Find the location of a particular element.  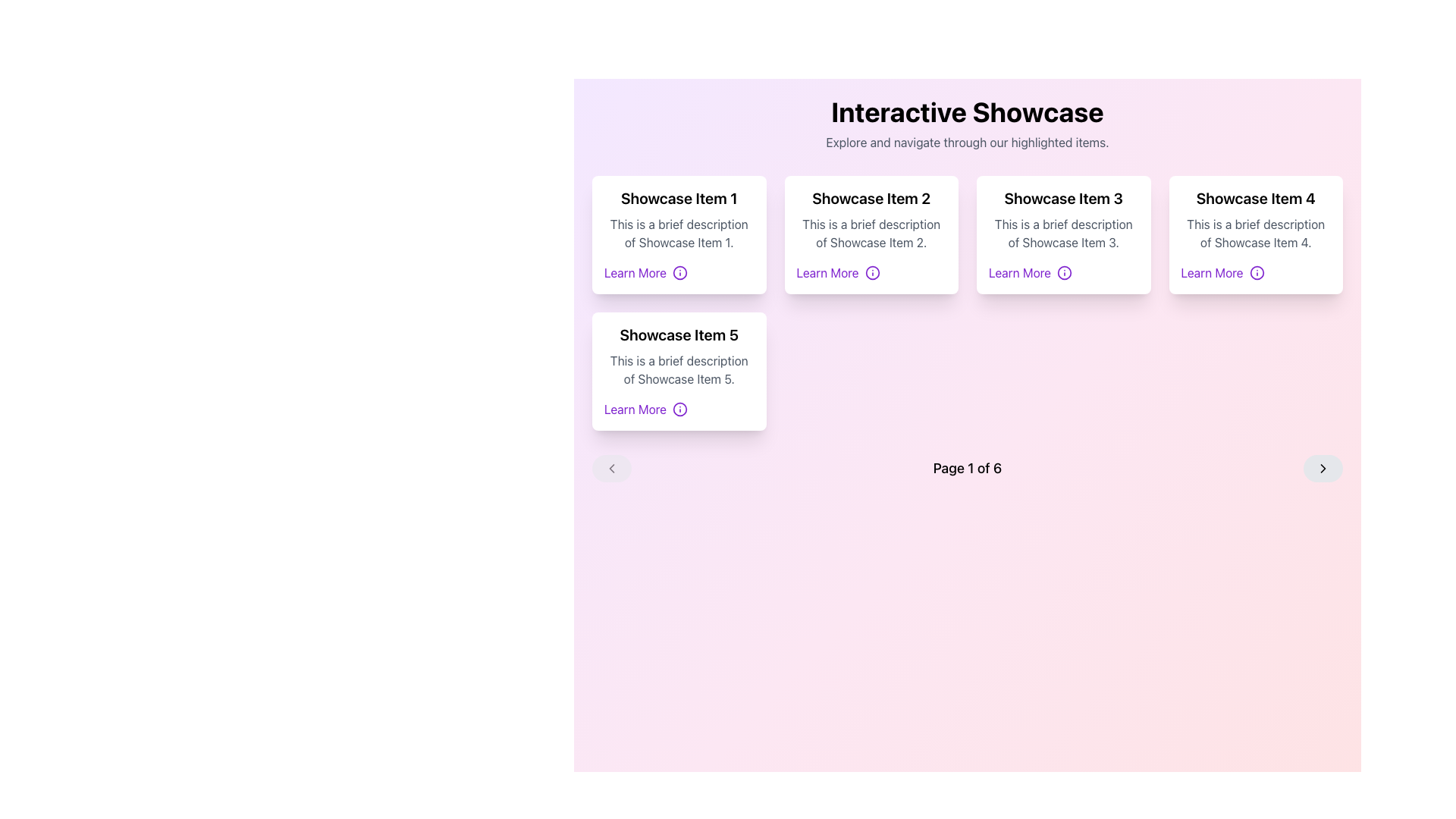

text of the heading element that marks the title of the showcase card in the second row, first column of the grid layout, located above the description of Showcase Item 5 is located at coordinates (678, 334).